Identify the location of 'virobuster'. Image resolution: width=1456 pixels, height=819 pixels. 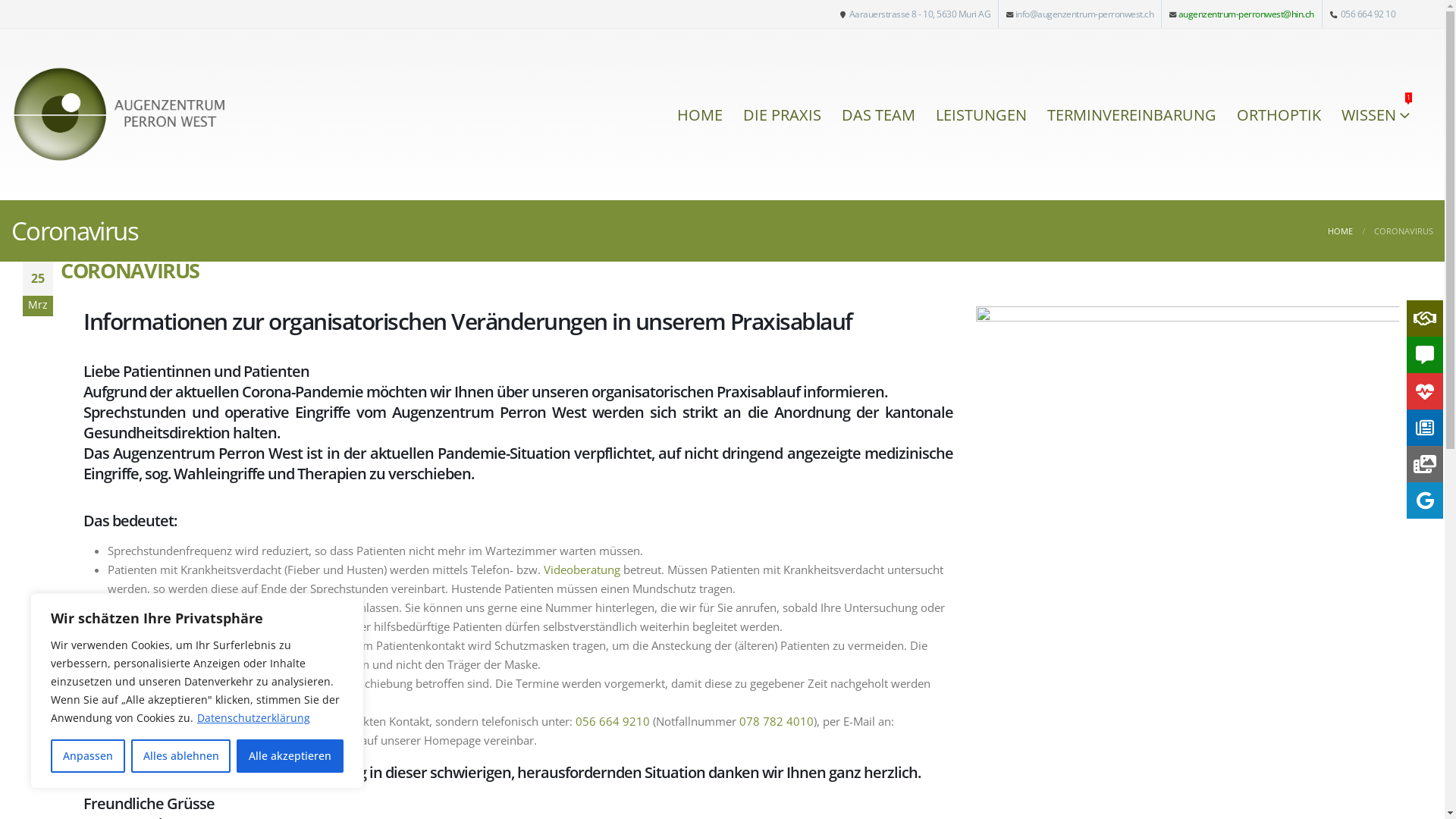
(1186, 394).